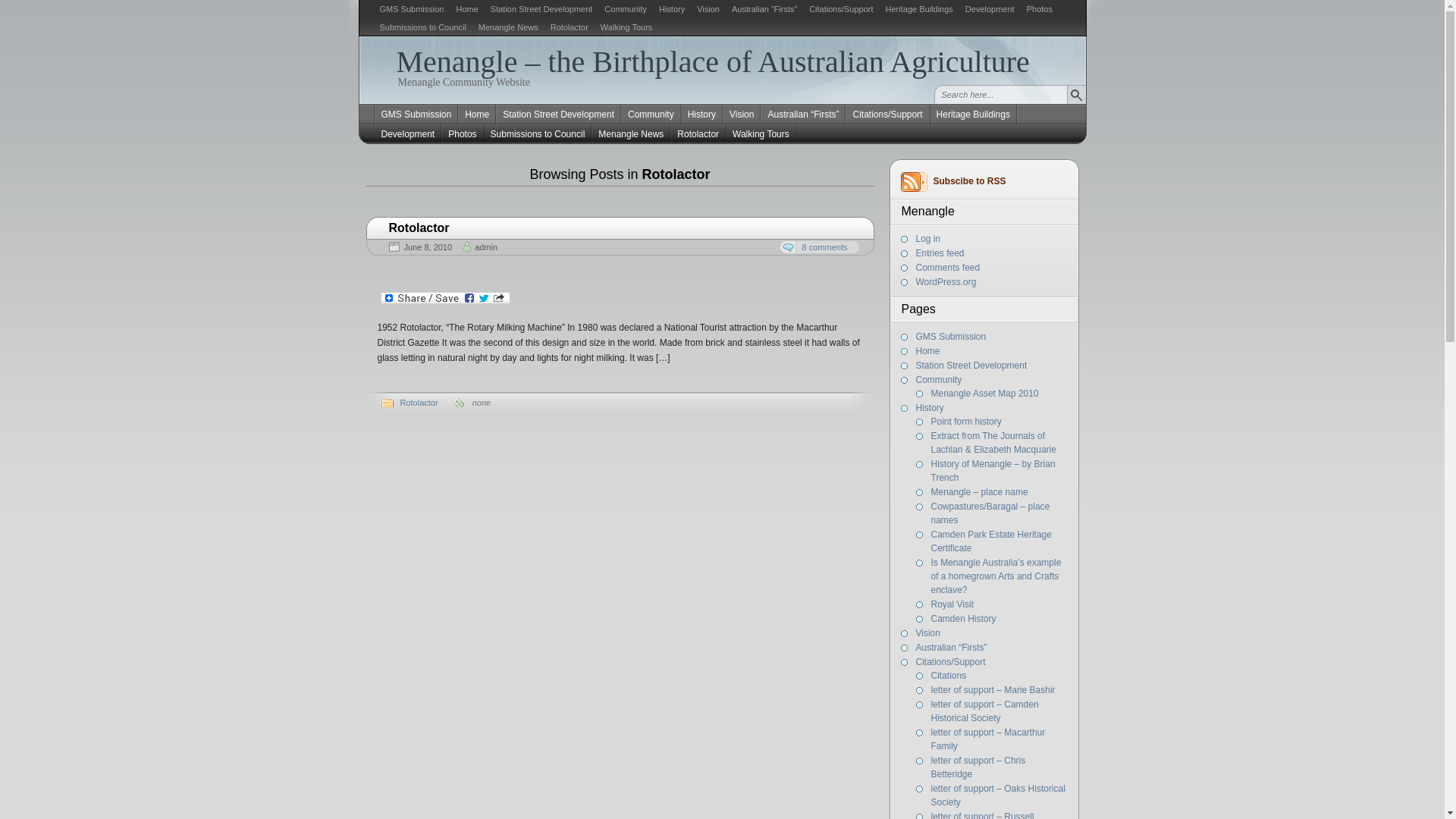 This screenshot has width=1456, height=819. Describe the element at coordinates (947, 267) in the screenshot. I see `'Comments feed'` at that location.